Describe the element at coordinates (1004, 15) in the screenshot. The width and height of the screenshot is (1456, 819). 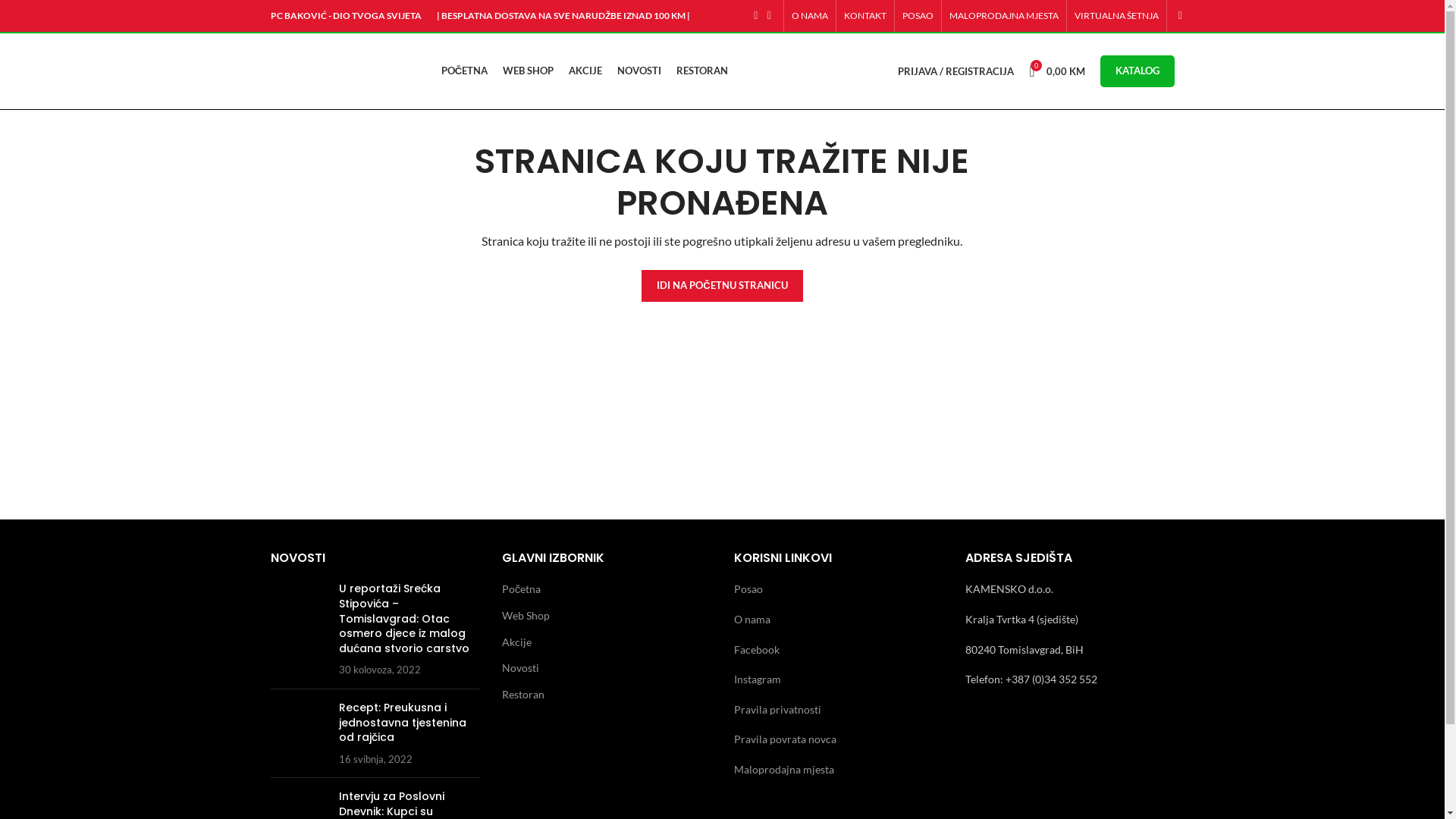
I see `'MALOPRODAJNA MJESTA'` at that location.